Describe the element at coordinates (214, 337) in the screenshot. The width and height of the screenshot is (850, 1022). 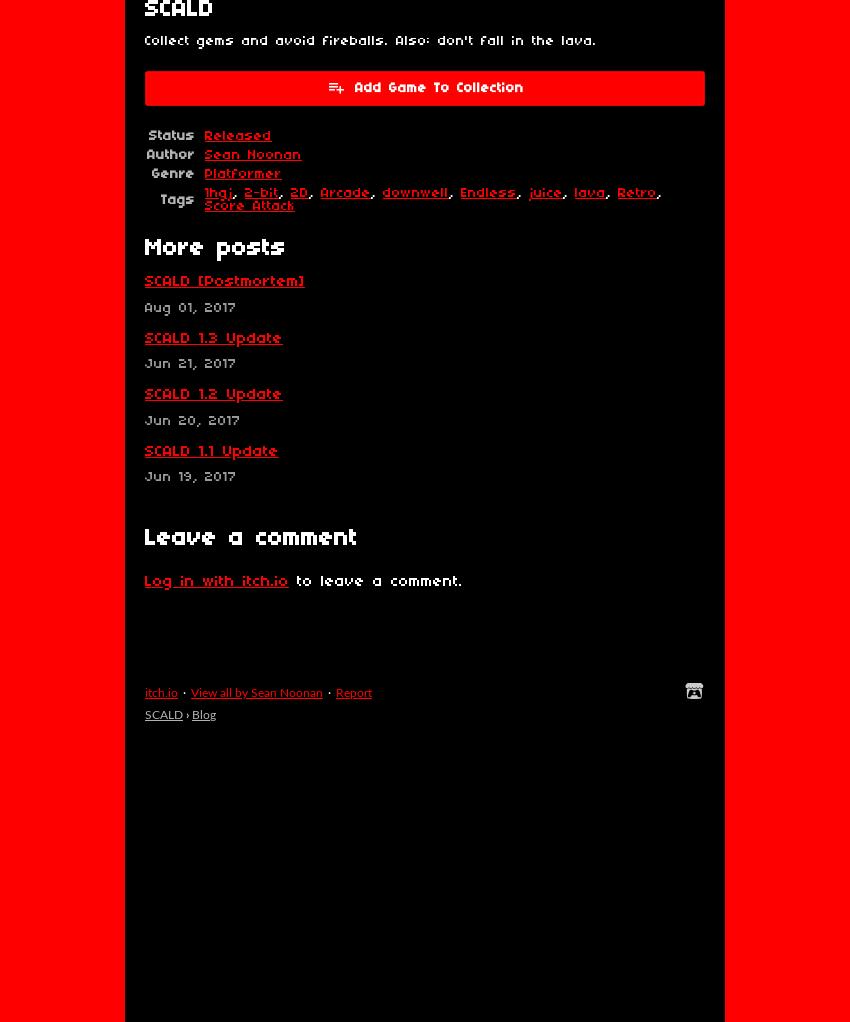
I see `'SCALD 1.3 Update'` at that location.